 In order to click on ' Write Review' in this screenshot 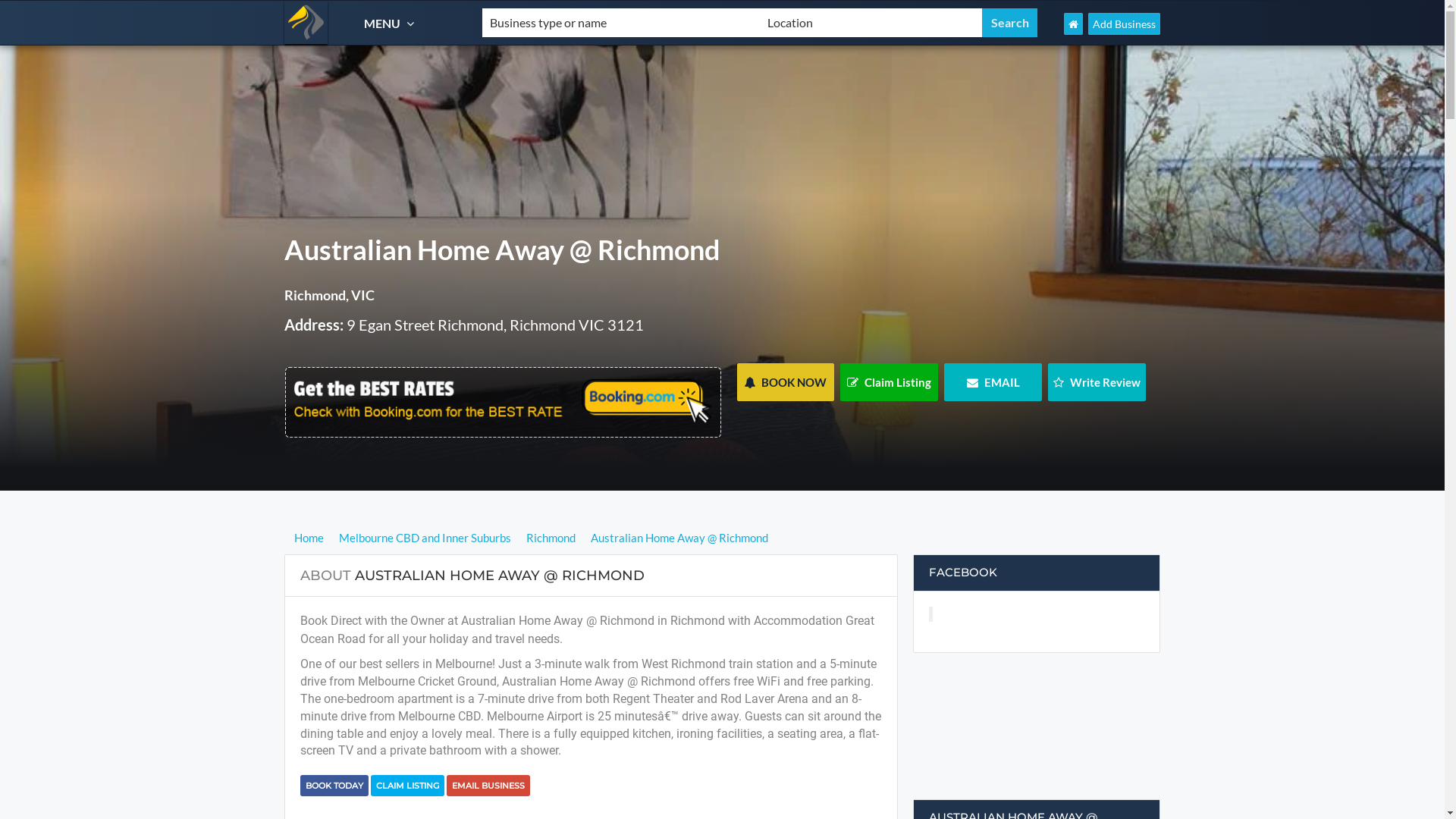, I will do `click(1097, 381)`.